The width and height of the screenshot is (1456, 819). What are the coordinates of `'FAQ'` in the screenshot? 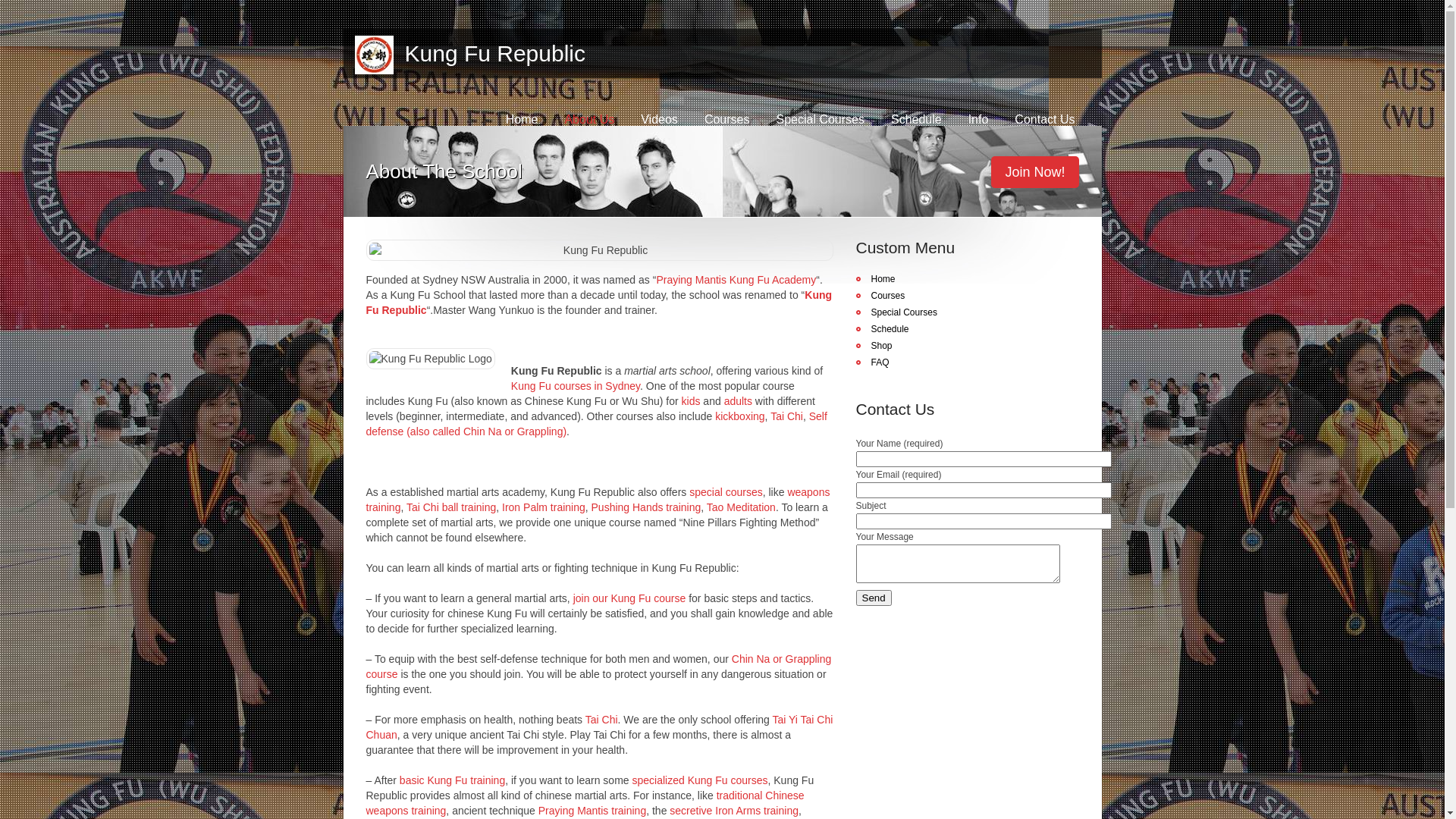 It's located at (872, 362).